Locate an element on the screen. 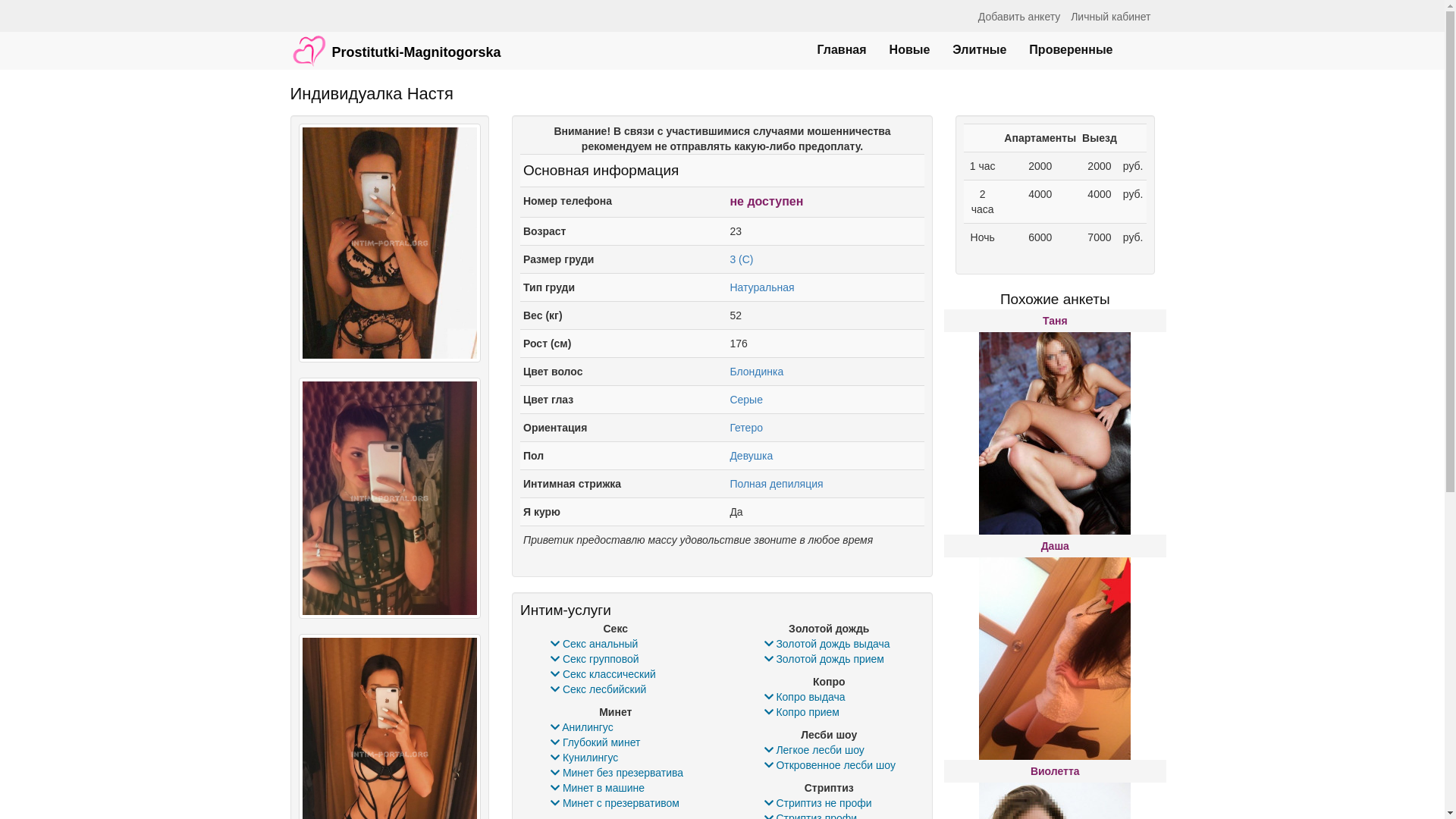 This screenshot has height=819, width=1456. 'Prostitutki-Magnitogorska' is located at coordinates (396, 42).